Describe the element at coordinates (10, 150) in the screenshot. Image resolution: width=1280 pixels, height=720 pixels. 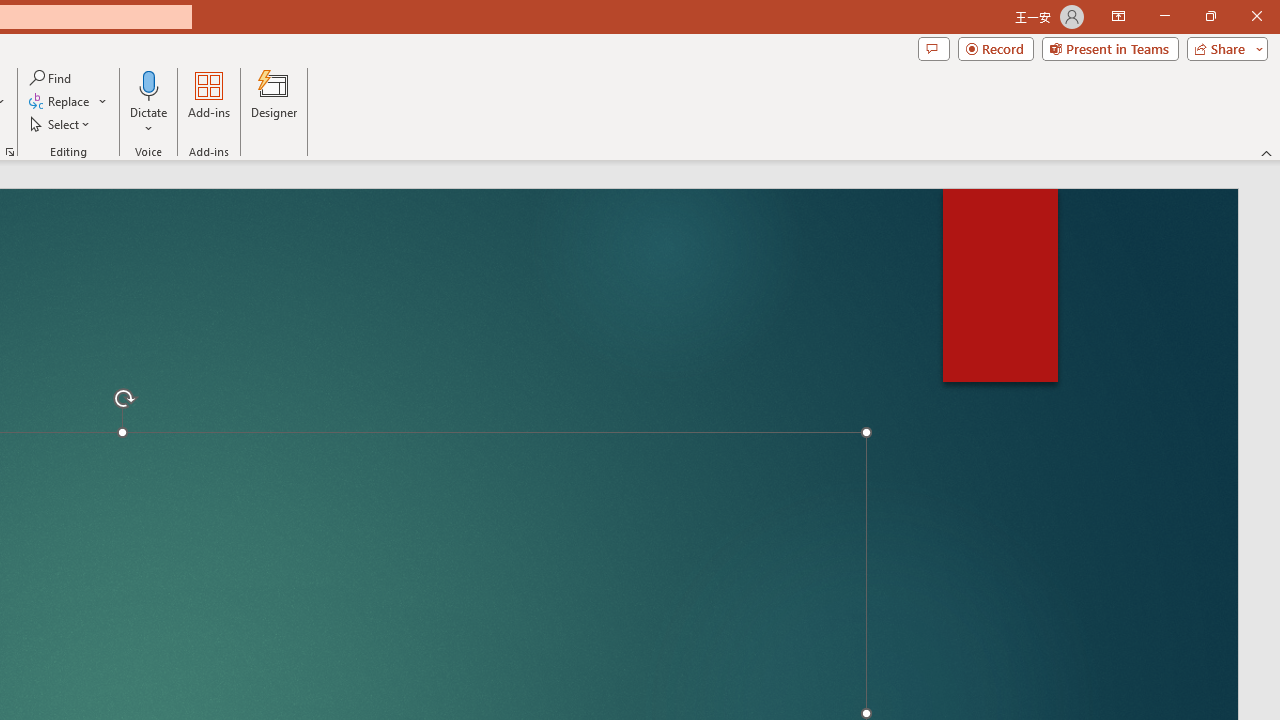
I see `'Format Object...'` at that location.